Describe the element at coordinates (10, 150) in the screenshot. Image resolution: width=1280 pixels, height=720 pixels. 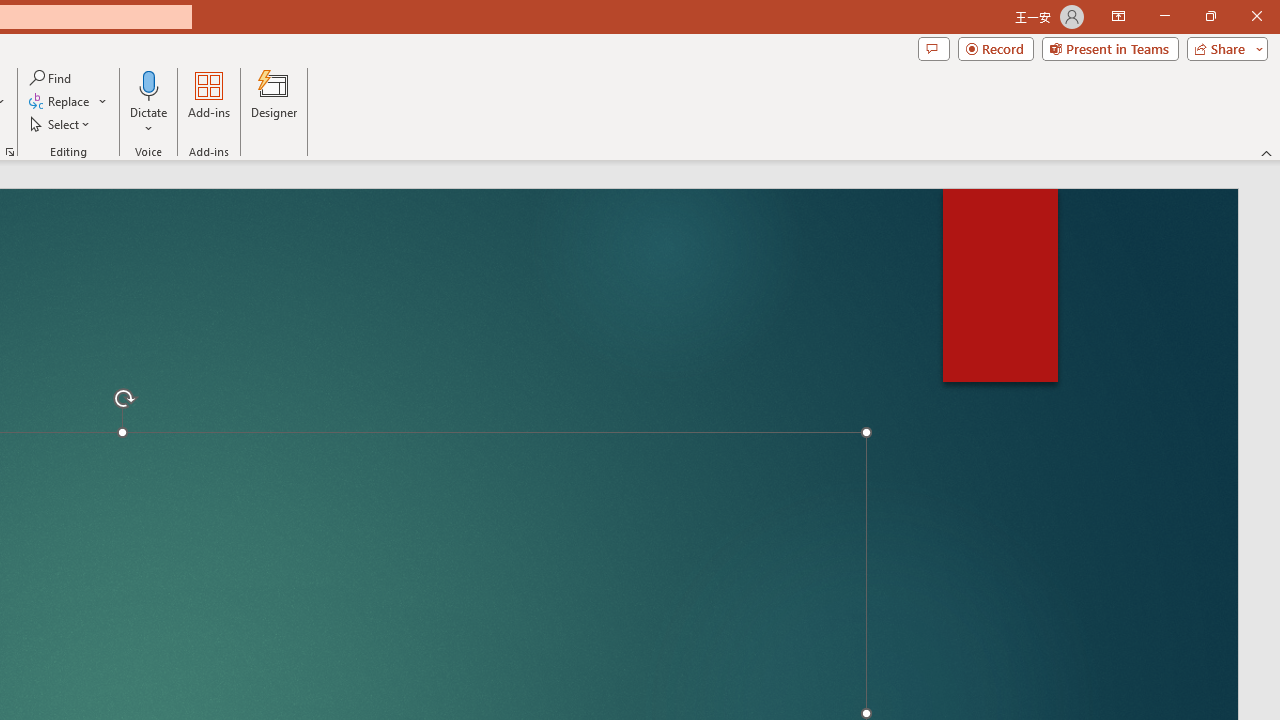
I see `'Format Object...'` at that location.